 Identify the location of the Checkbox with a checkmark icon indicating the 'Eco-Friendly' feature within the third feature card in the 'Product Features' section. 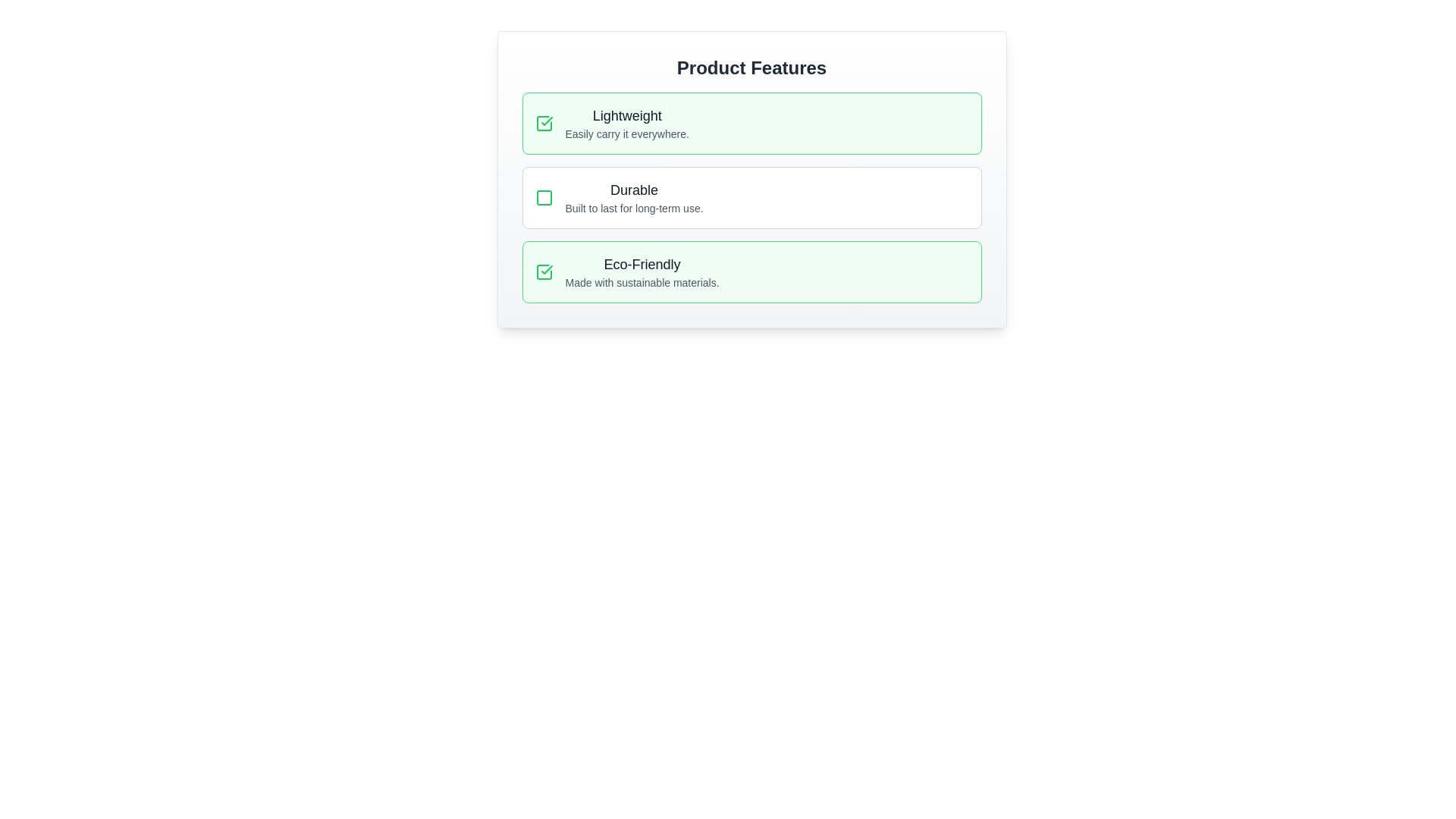
(544, 271).